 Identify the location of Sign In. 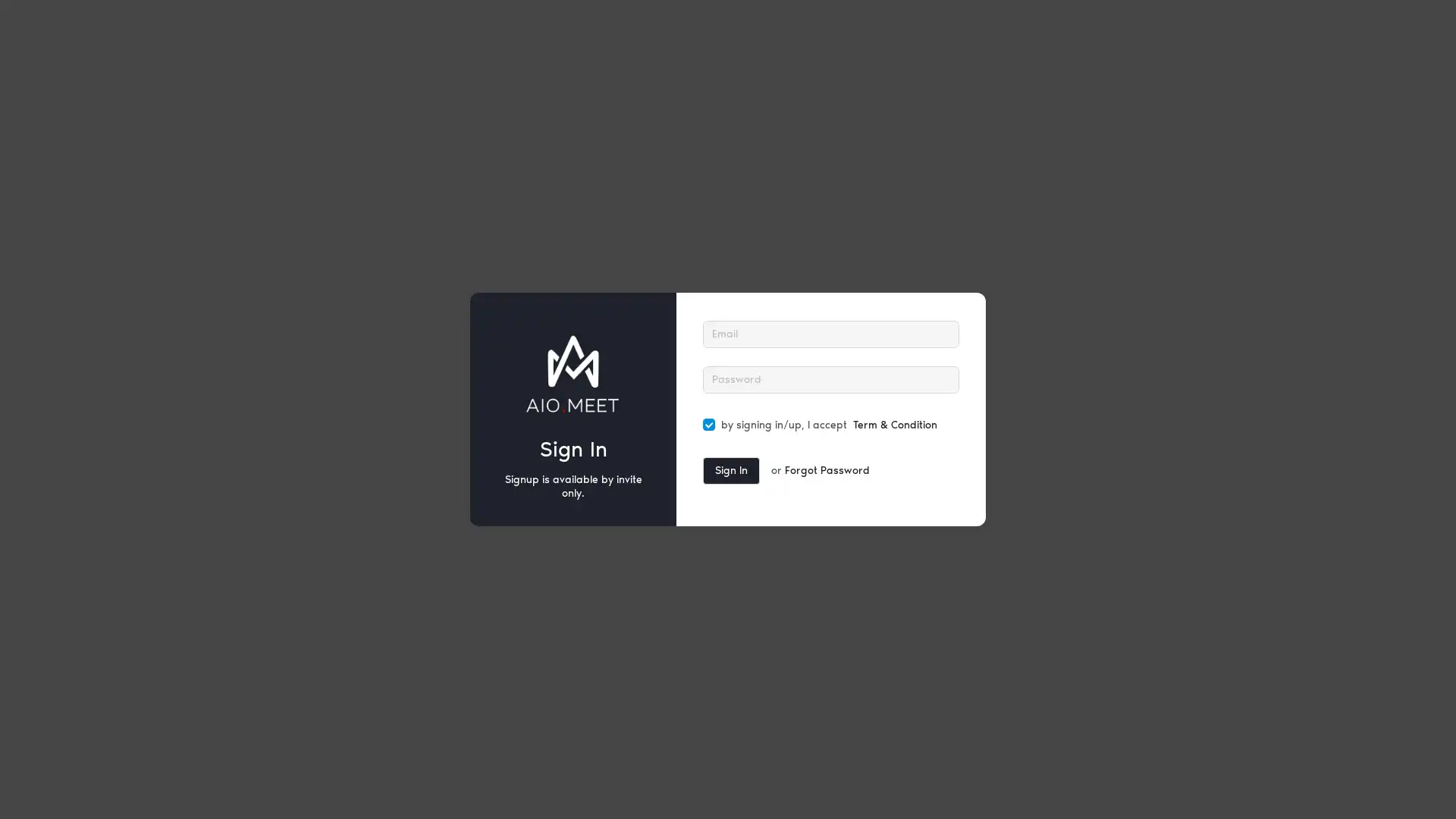
(731, 470).